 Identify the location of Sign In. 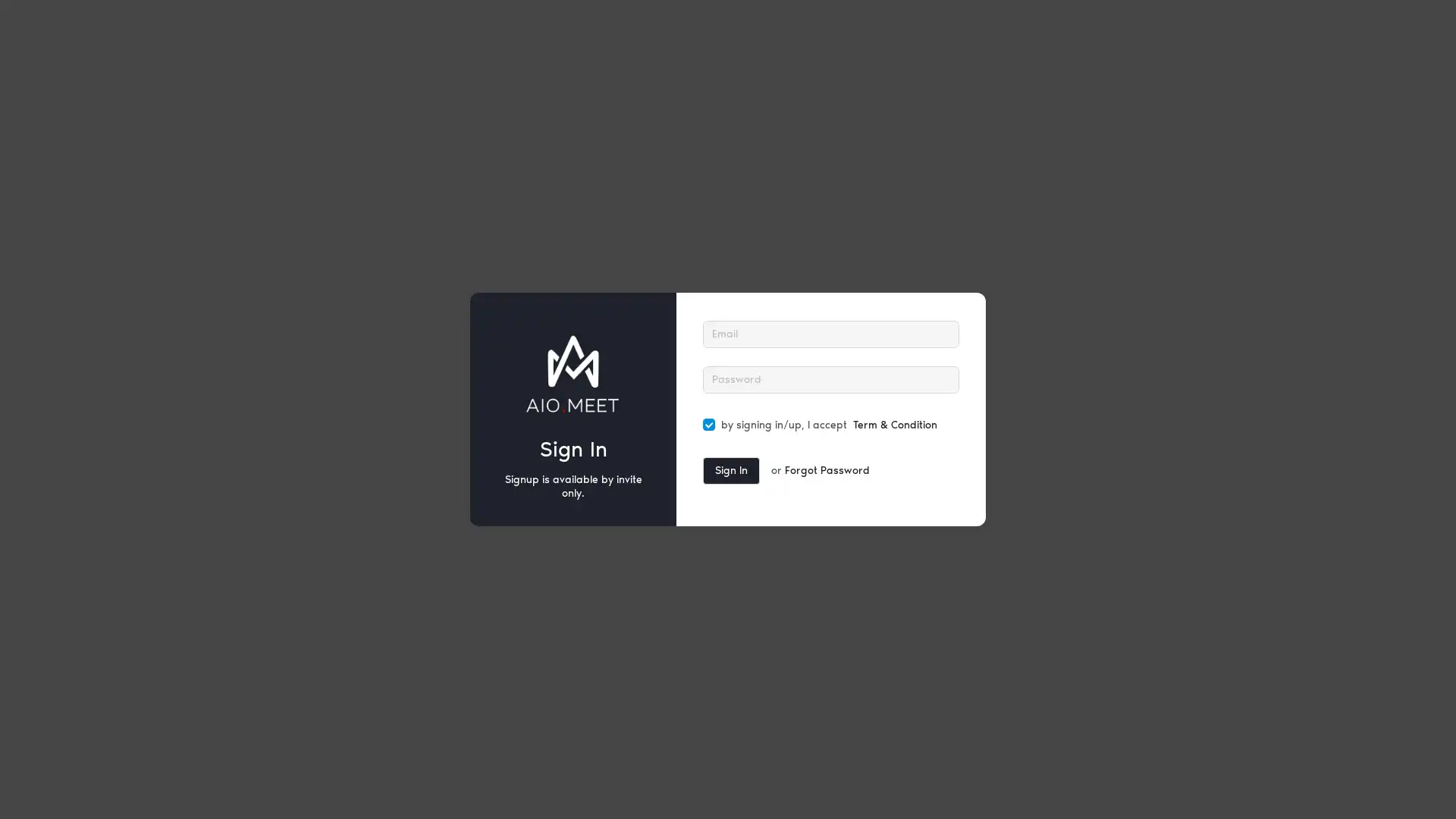
(731, 470).